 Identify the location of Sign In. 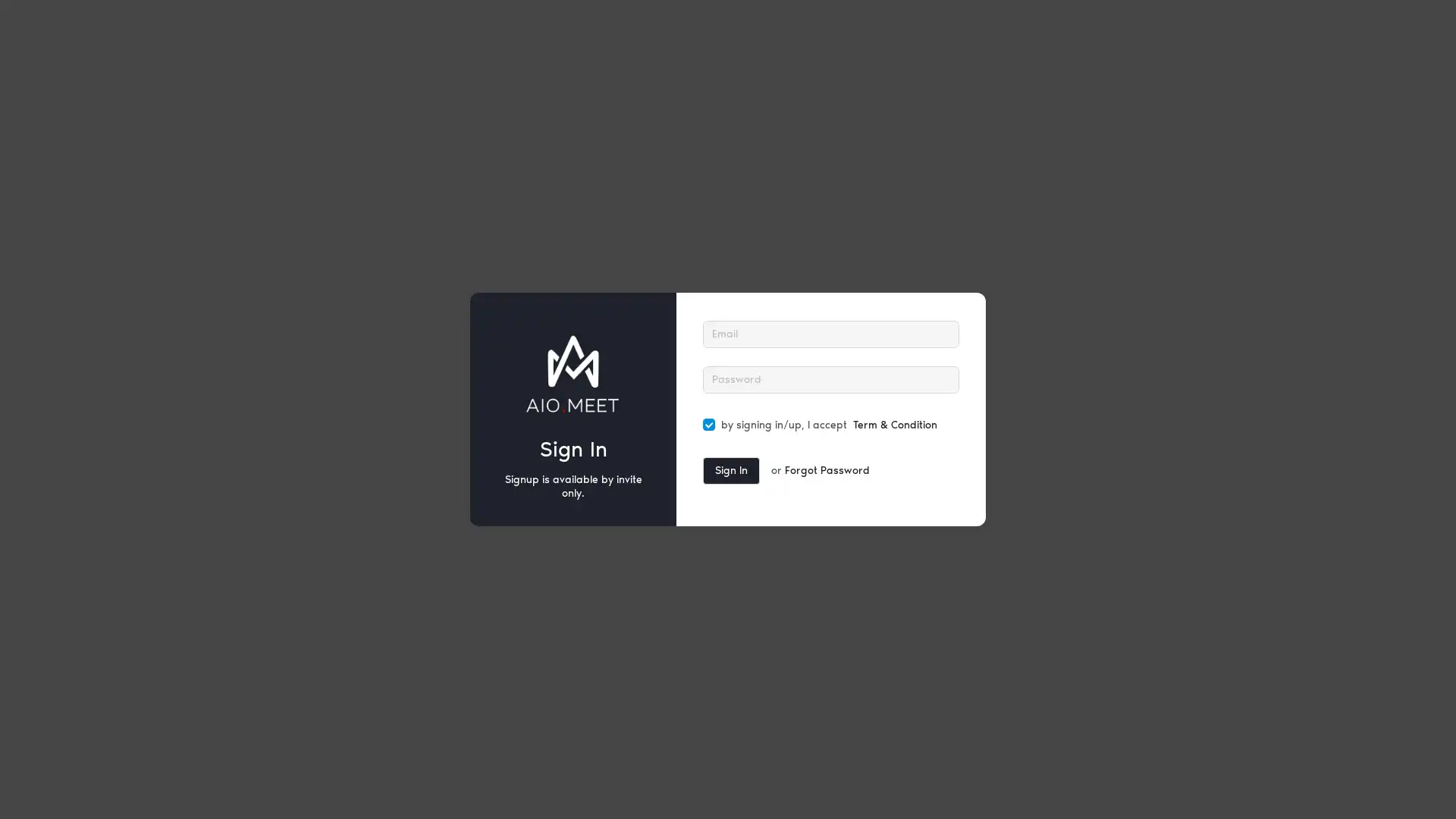
(731, 470).